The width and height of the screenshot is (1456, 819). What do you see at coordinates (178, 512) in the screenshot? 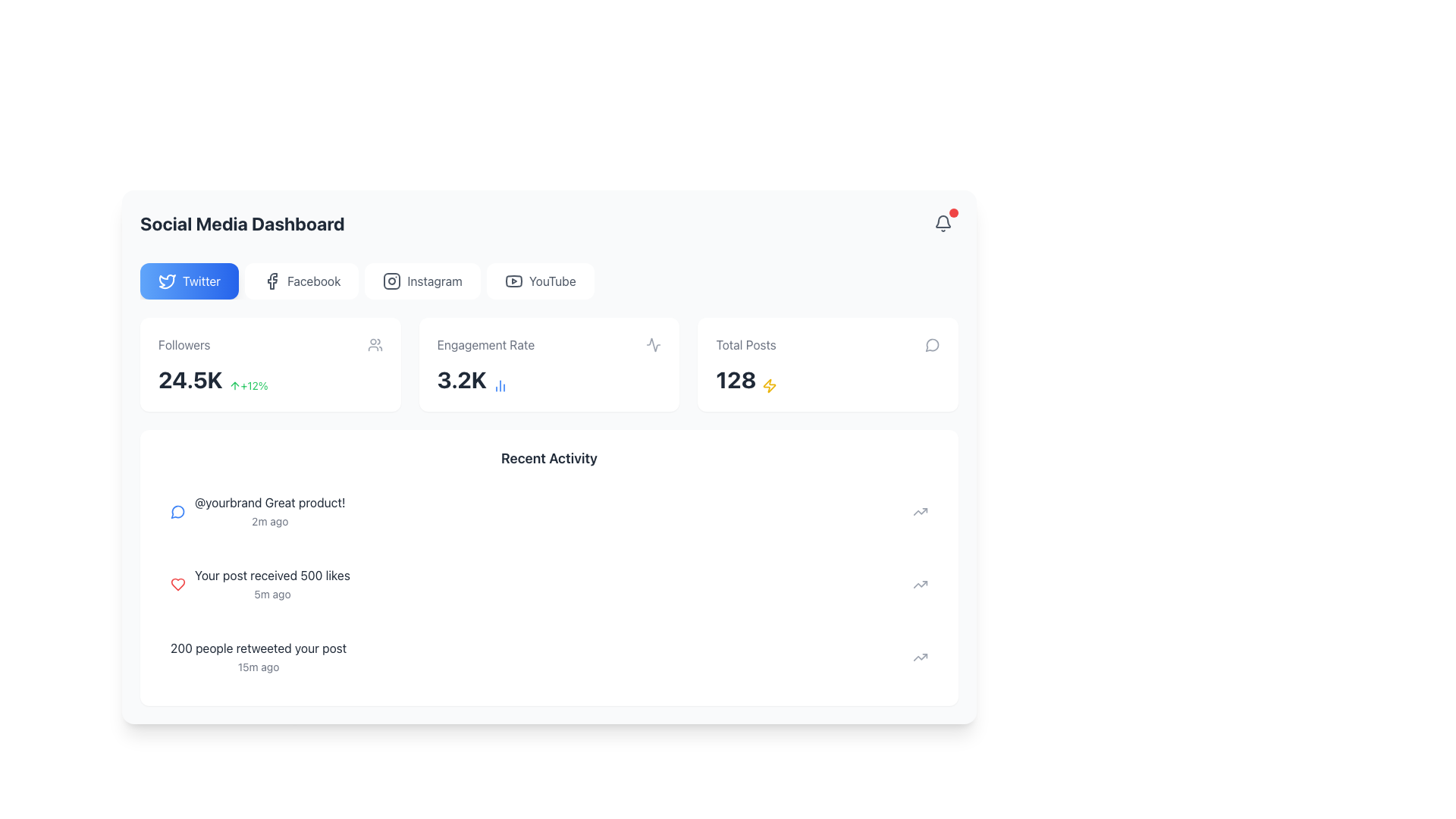
I see `the circular message/comment icon with a blue stroke located in the 'Recent Activity' section, positioned to the left of the text '@yourbrand Great product! 2m ago'` at bounding box center [178, 512].